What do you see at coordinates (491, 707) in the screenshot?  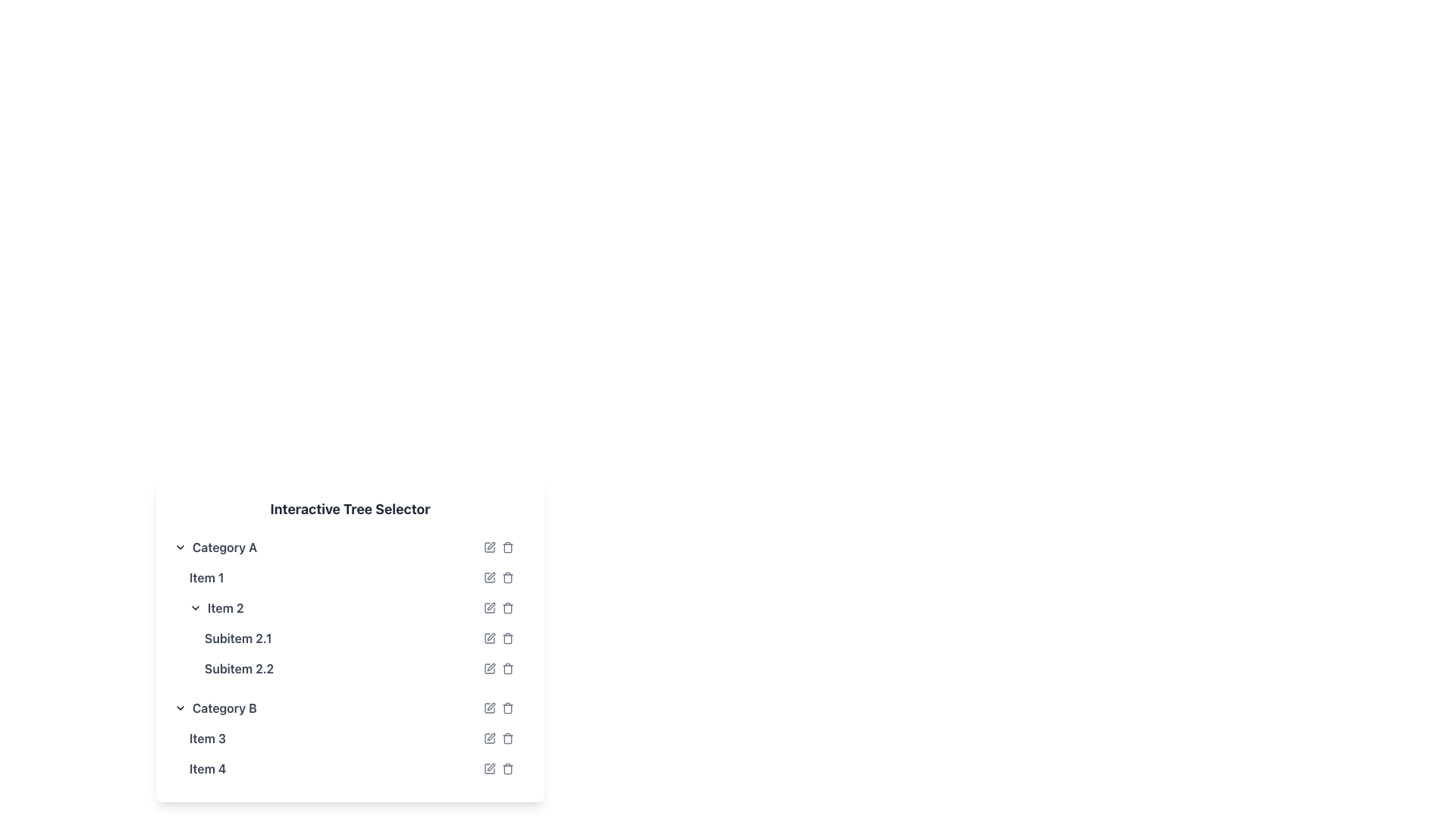 I see `the pen-like icon located next to the 'Category B' label in the interactive tree selector interface` at bounding box center [491, 707].